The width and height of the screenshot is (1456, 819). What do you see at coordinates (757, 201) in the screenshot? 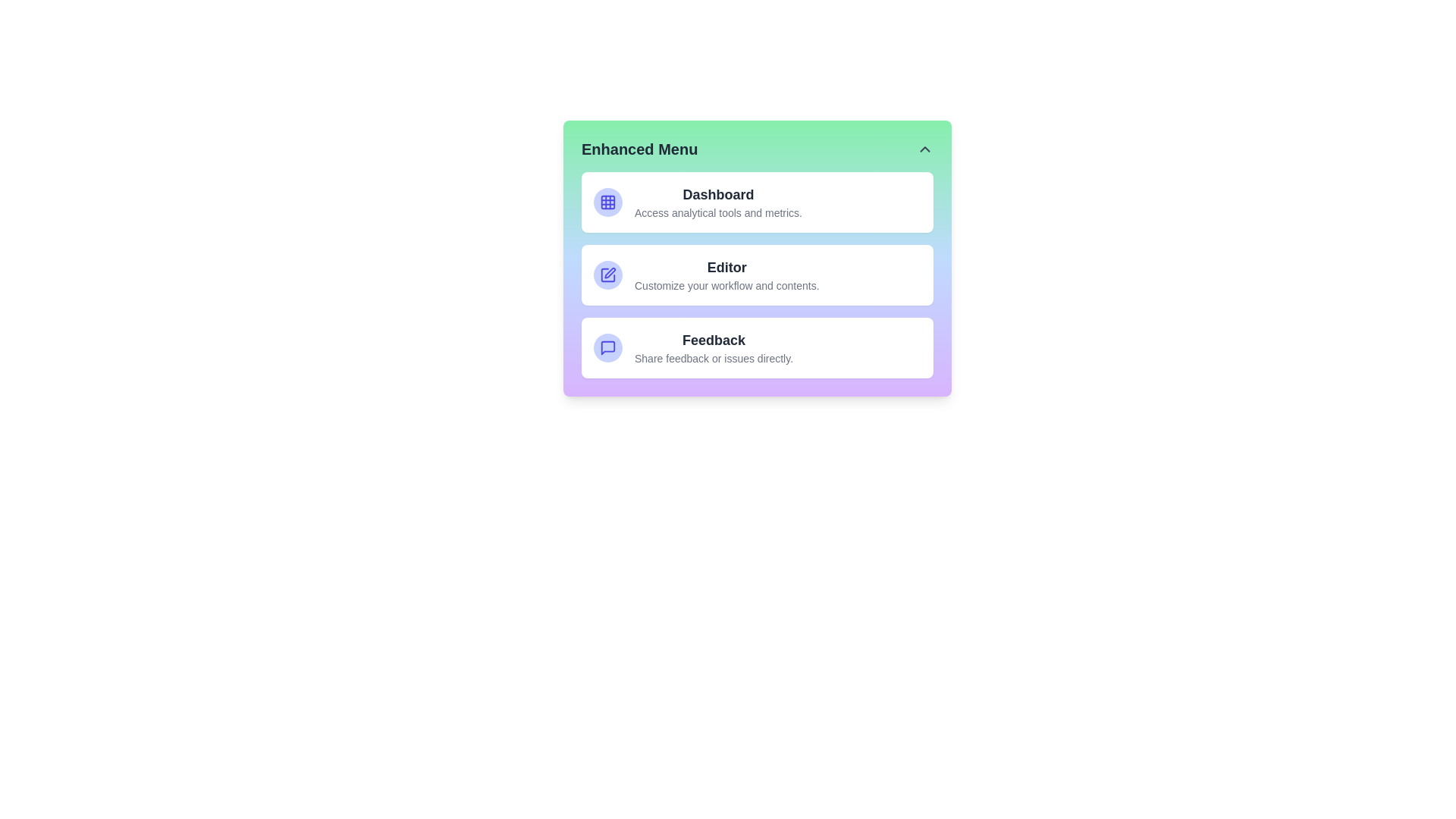
I see `the menu item corresponding to Dashboard` at bounding box center [757, 201].